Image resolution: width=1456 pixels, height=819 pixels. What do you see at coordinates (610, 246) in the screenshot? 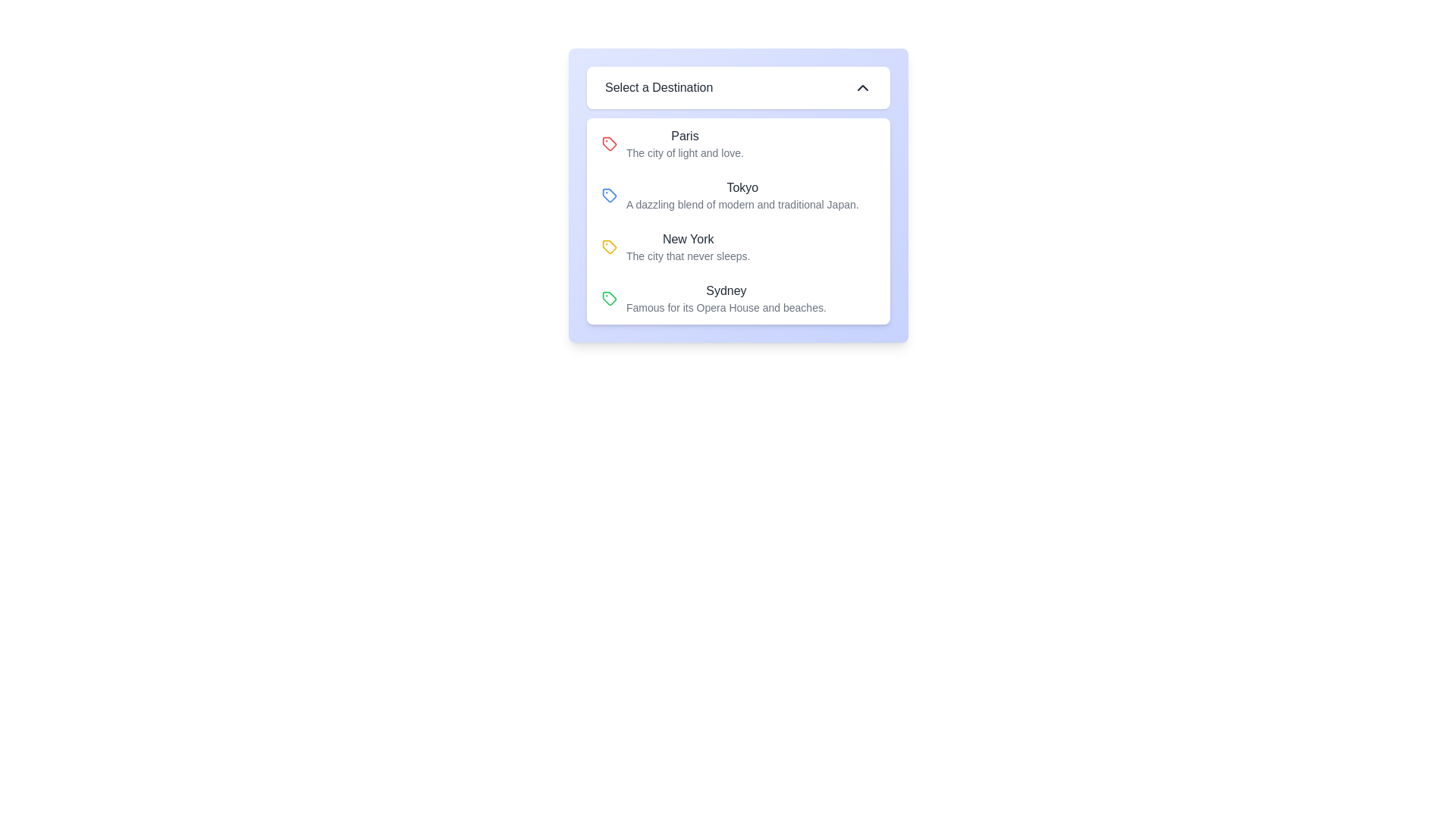
I see `the 'New York' icon located at the beginning of the list item in the dropdown menu` at bounding box center [610, 246].